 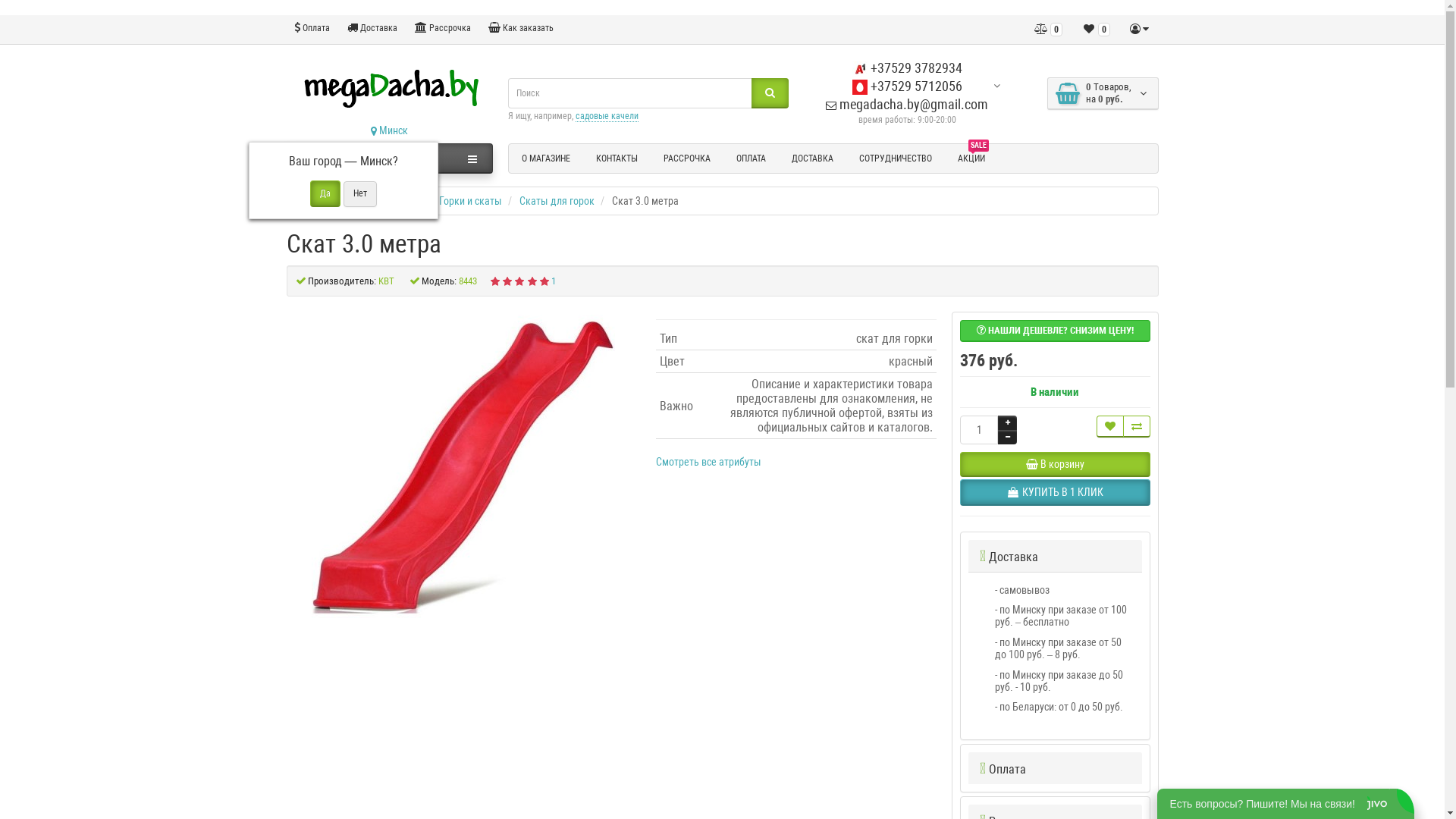 What do you see at coordinates (907, 67) in the screenshot?
I see `'+37529 3782934'` at bounding box center [907, 67].